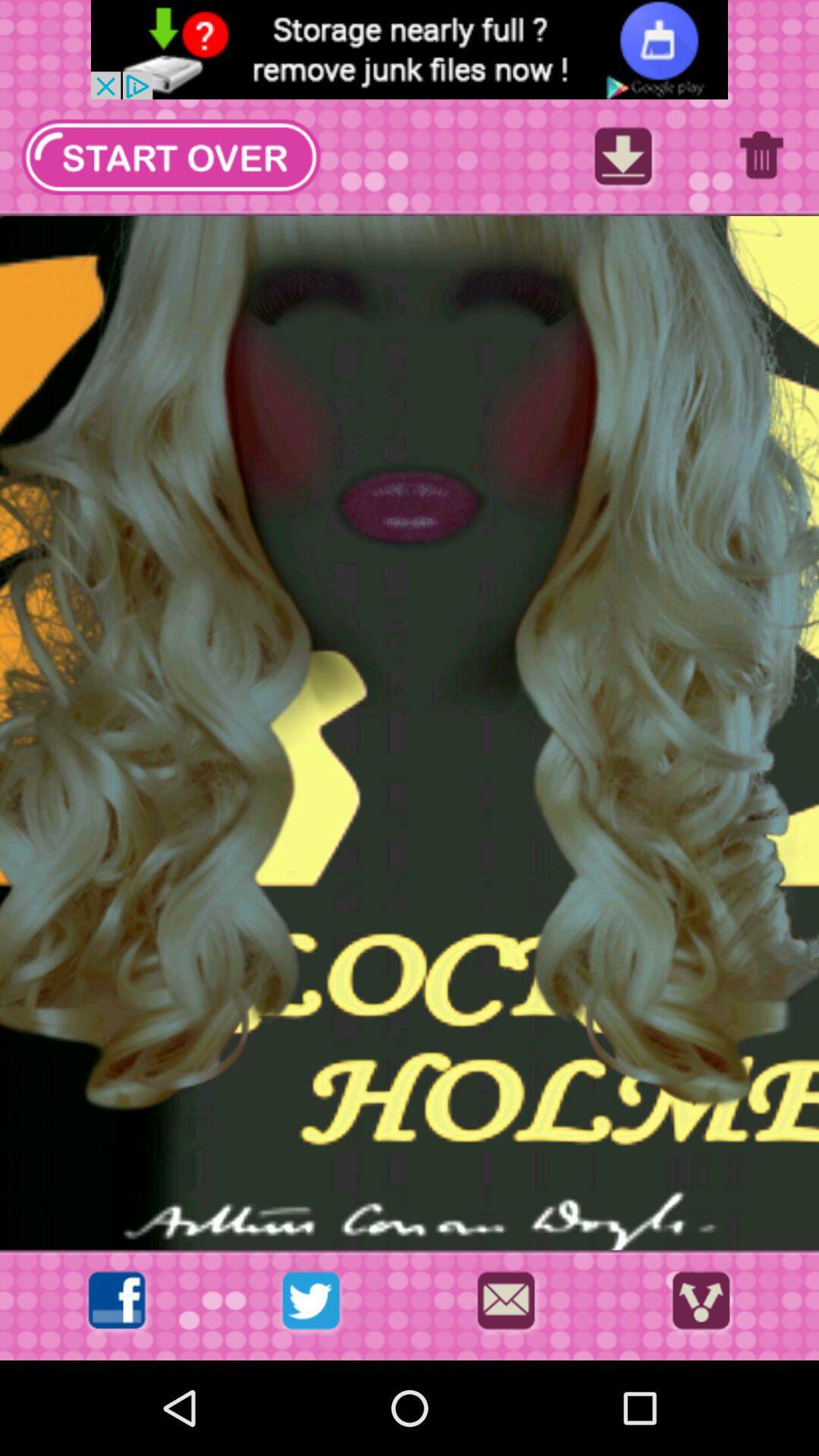  Describe the element at coordinates (115, 1304) in the screenshot. I see `share to facebook` at that location.